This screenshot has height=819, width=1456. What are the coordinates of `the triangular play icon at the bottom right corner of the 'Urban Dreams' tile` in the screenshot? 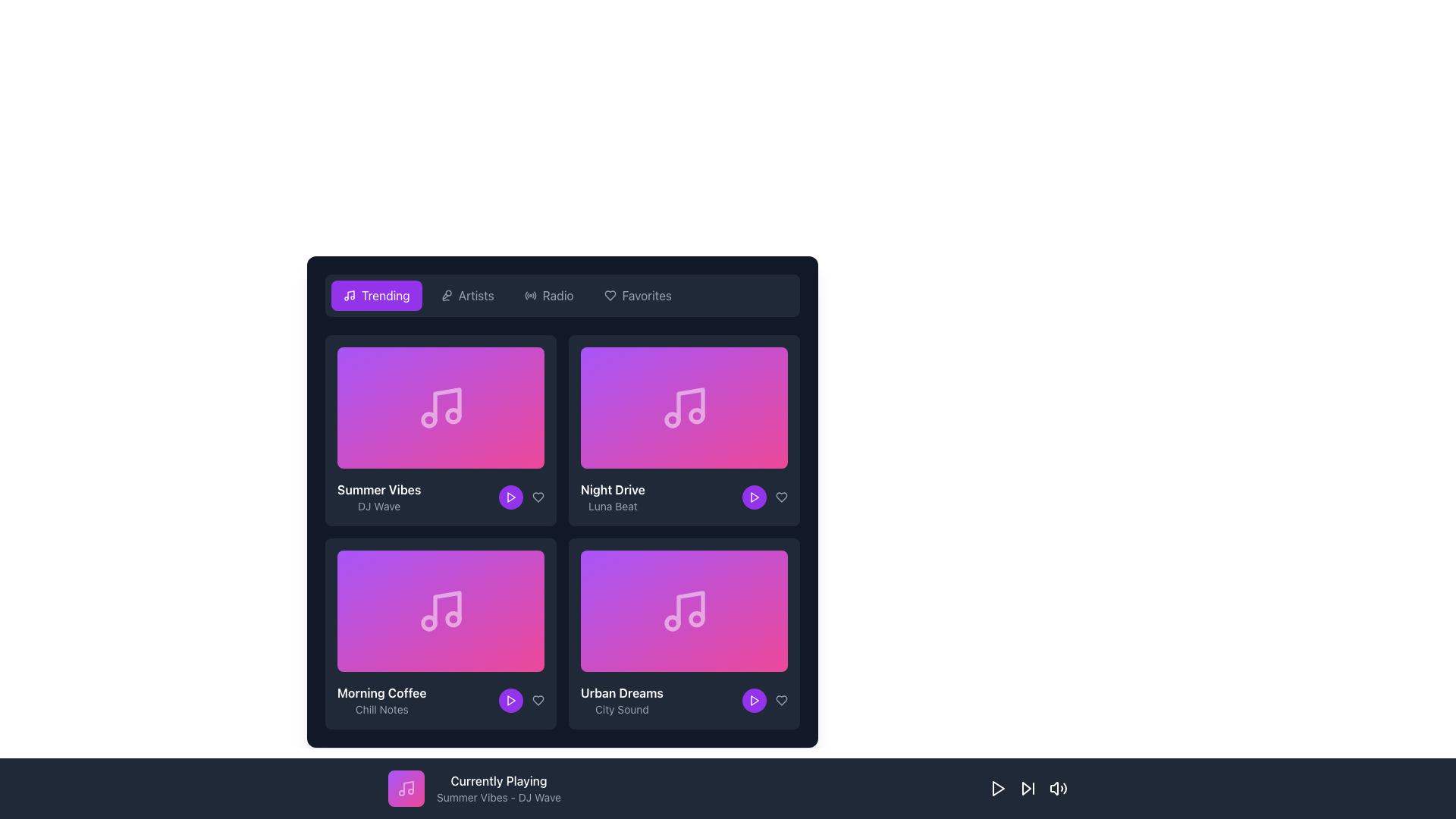 It's located at (755, 701).